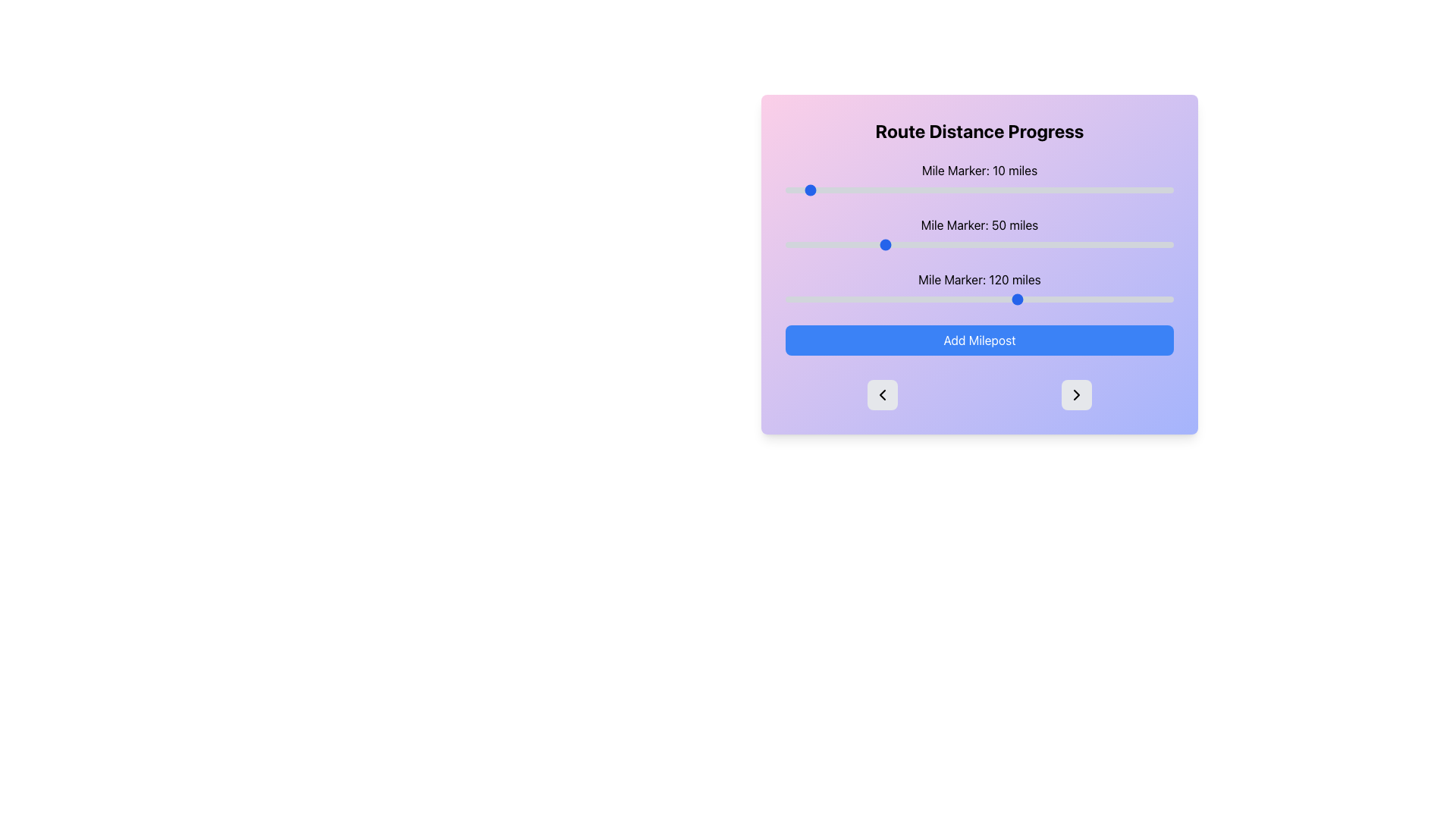 This screenshot has width=1456, height=819. I want to click on the label 'Mile Marker: 50 miles', so click(979, 234).